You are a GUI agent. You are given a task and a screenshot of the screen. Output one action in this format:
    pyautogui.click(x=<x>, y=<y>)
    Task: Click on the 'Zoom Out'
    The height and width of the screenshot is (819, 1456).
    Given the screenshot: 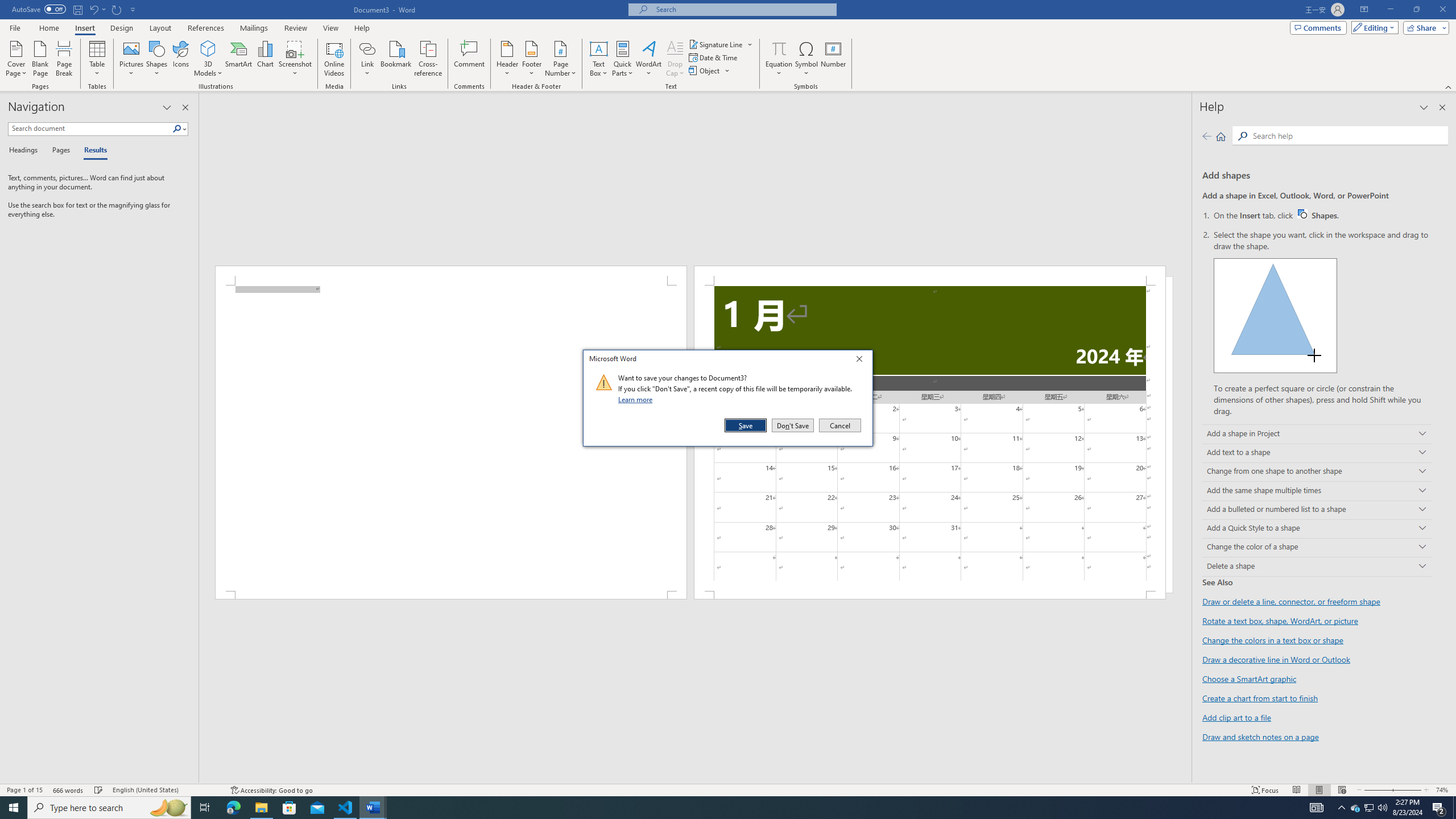 What is the action you would take?
    pyautogui.click(x=1373, y=790)
    